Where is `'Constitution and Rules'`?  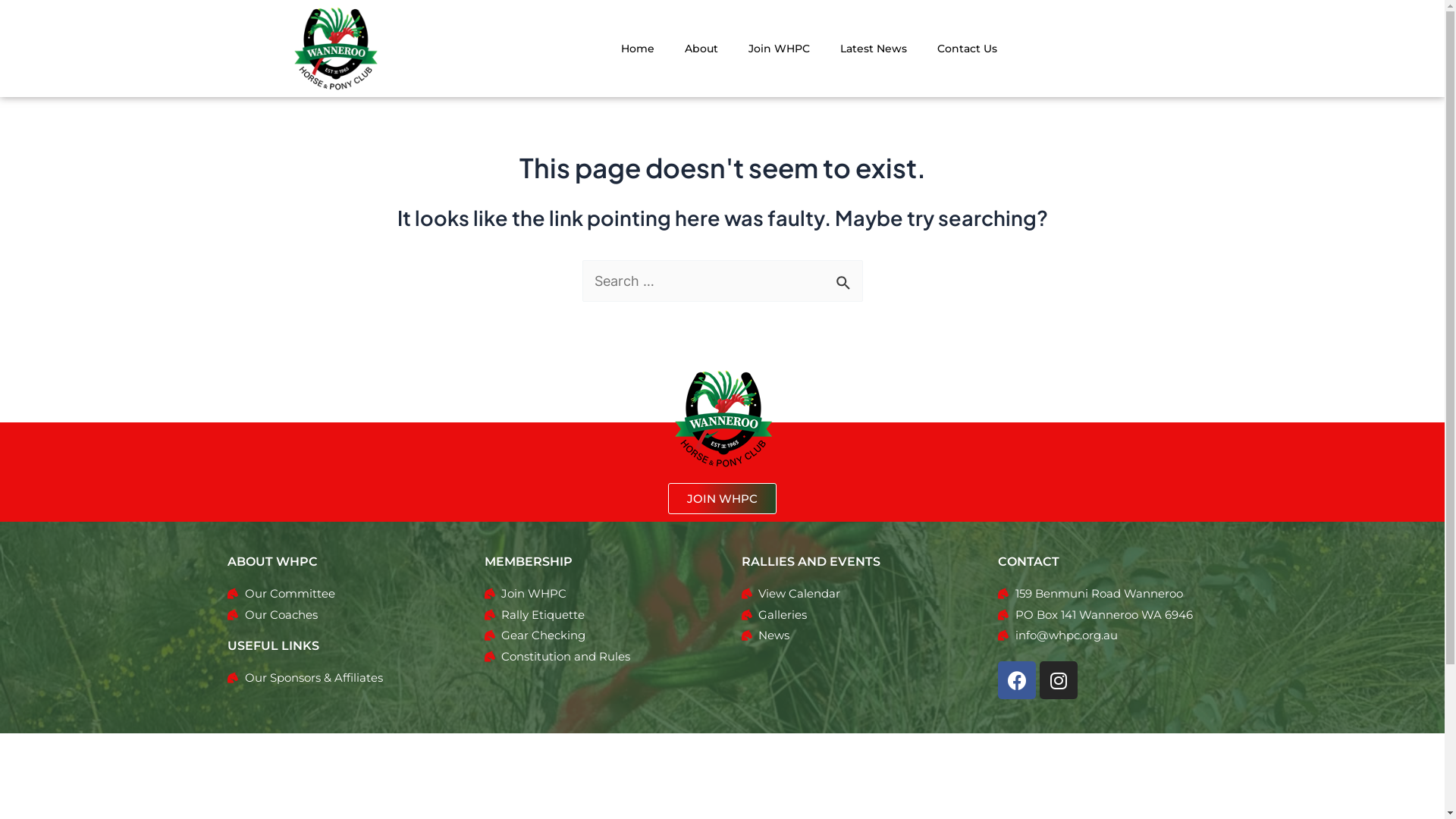
'Constitution and Rules' is located at coordinates (593, 656).